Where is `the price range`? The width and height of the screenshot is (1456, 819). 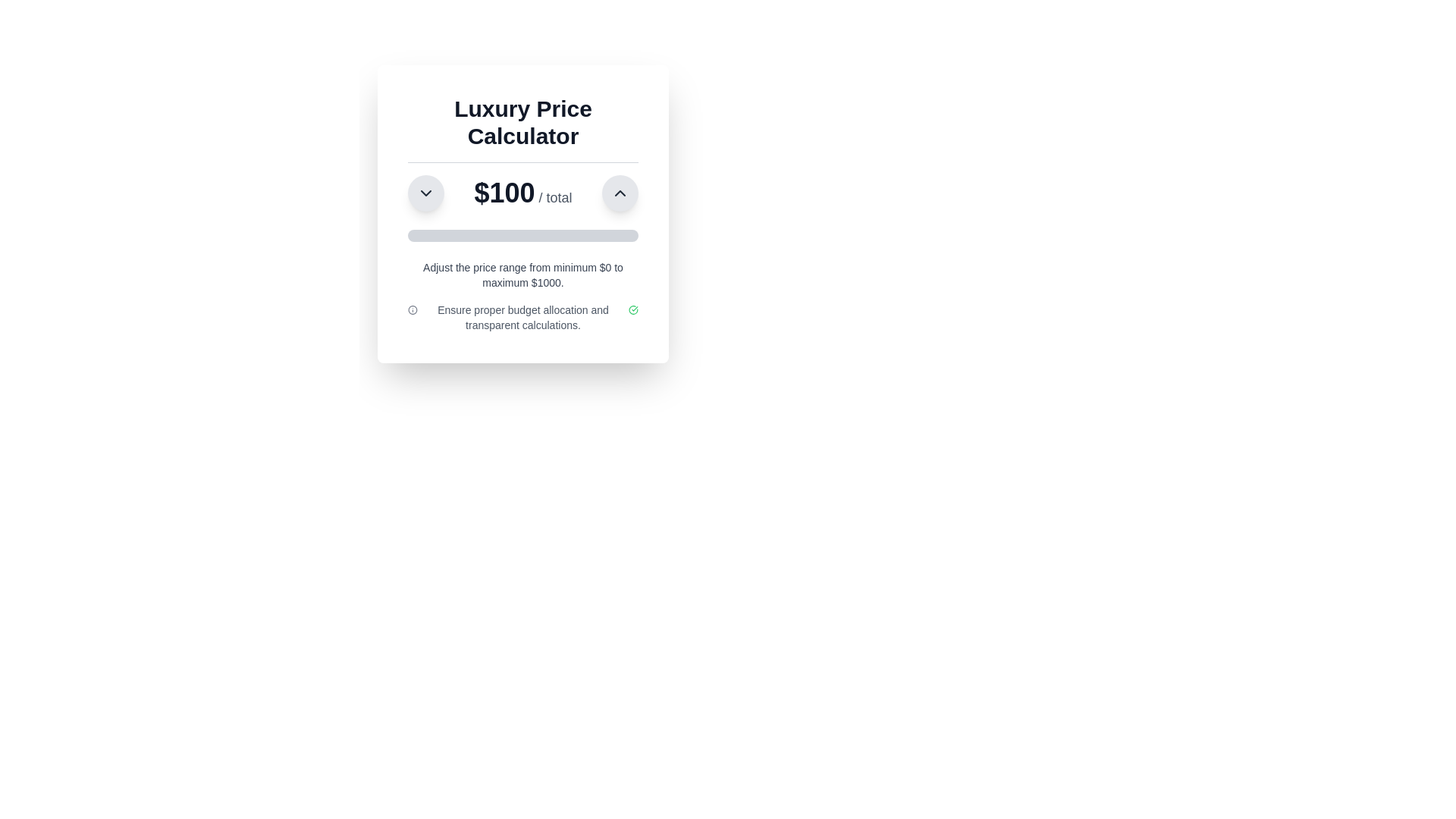 the price range is located at coordinates (521, 236).